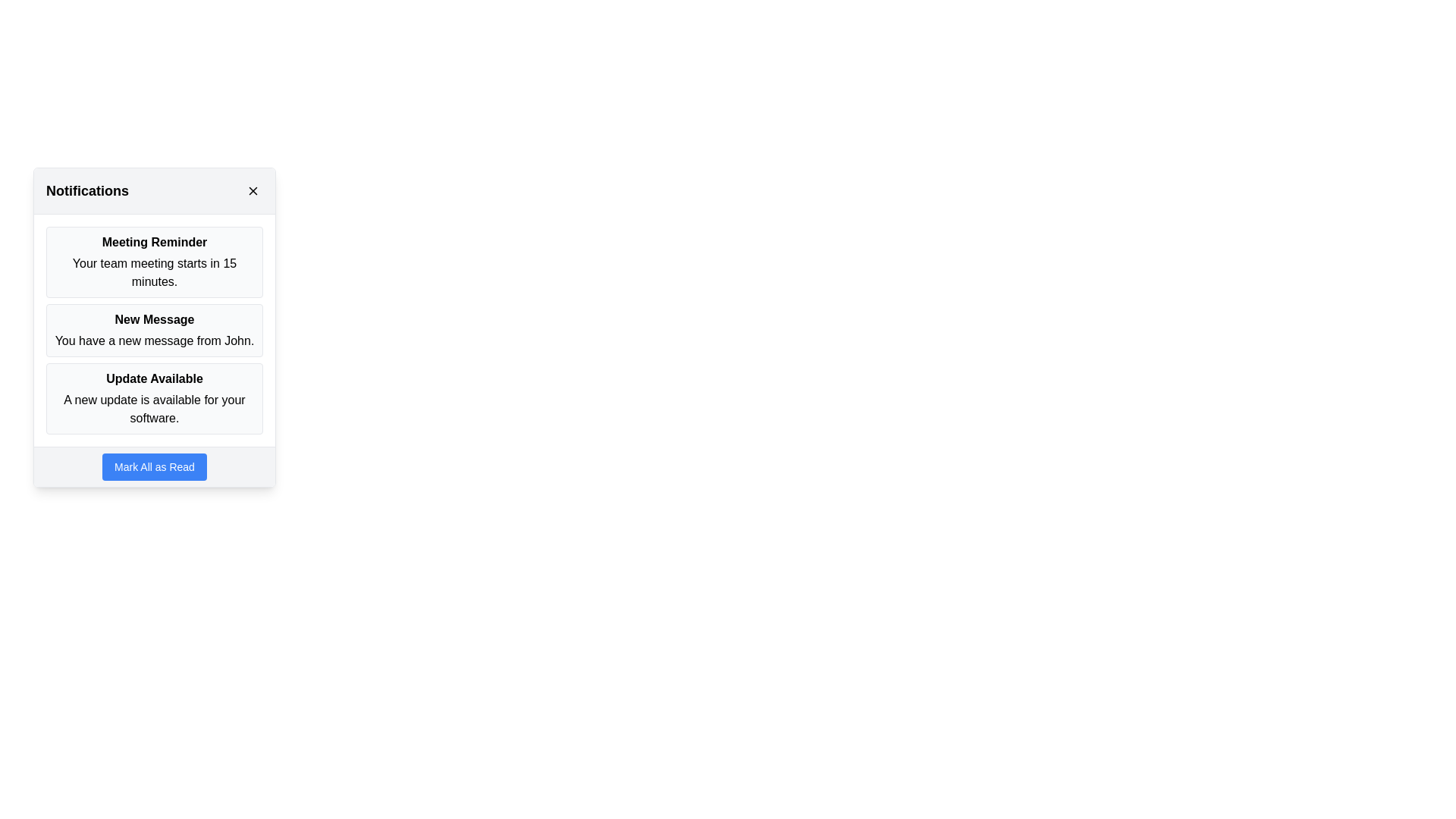  What do you see at coordinates (86, 190) in the screenshot?
I see `the Text Label that serves as the title for the notifications panel, which is located on the left side of the panel header, before the 'Close Panel' button and icon` at bounding box center [86, 190].